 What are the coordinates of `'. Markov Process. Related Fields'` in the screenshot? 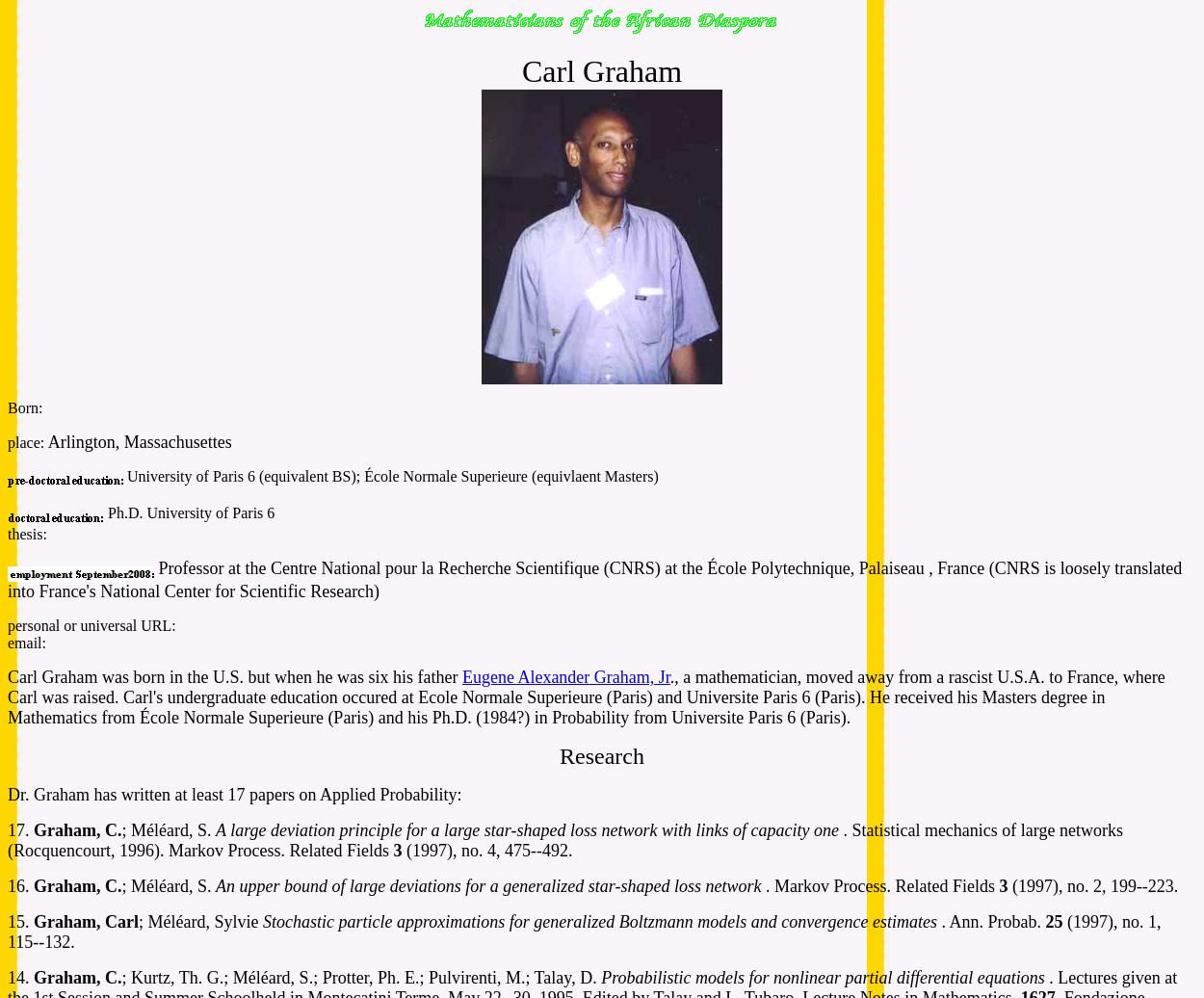 It's located at (765, 885).